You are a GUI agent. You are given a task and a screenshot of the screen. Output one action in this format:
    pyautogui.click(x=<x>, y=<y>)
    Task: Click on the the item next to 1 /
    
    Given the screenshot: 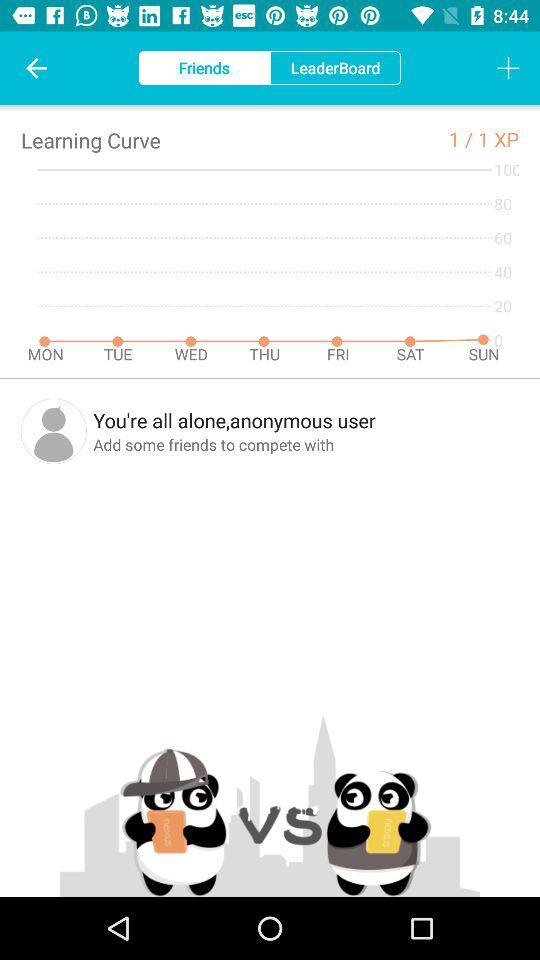 What is the action you would take?
    pyautogui.click(x=497, y=138)
    